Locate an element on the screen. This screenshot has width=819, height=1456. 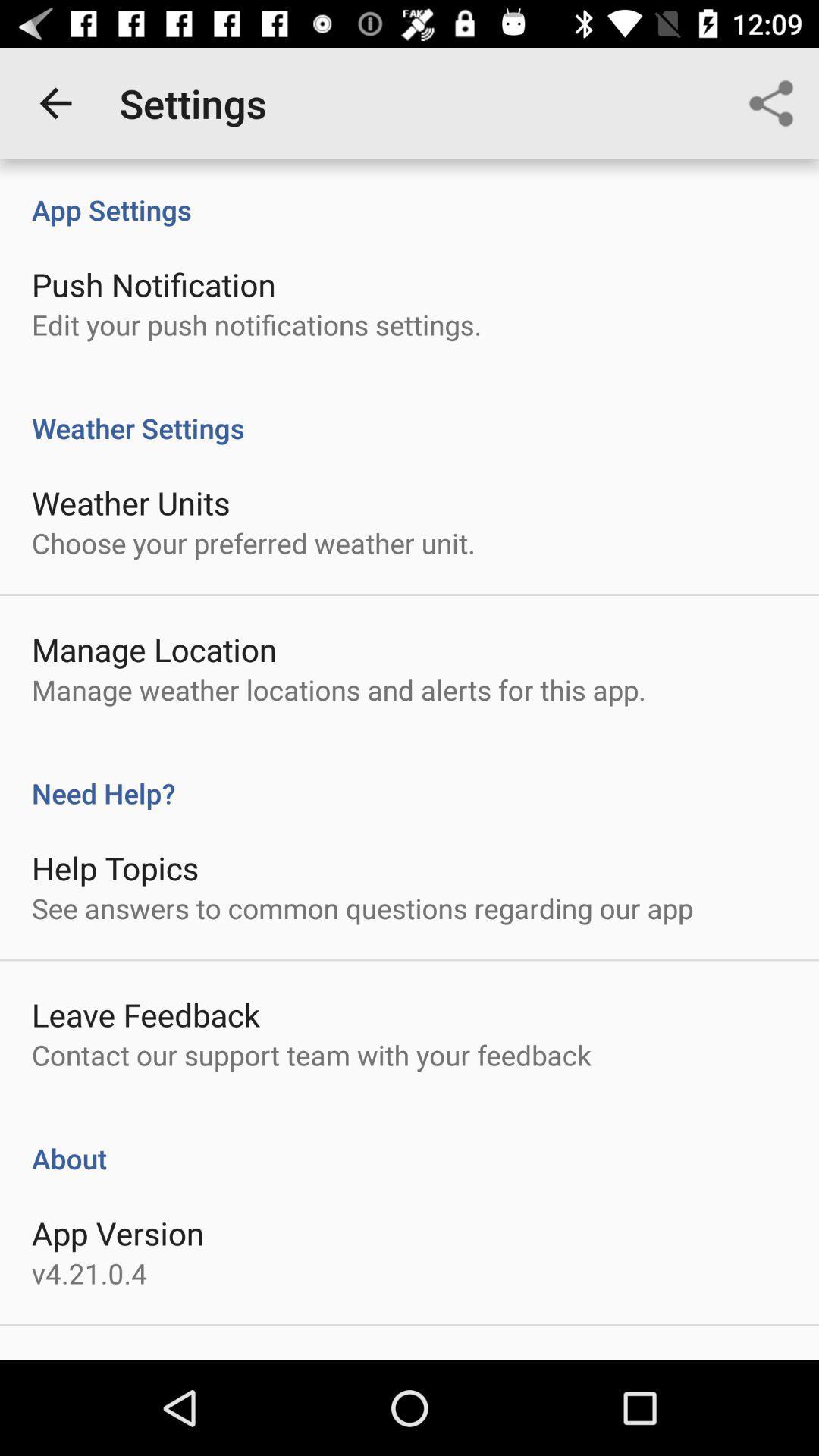
item above weather units icon is located at coordinates (409, 412).